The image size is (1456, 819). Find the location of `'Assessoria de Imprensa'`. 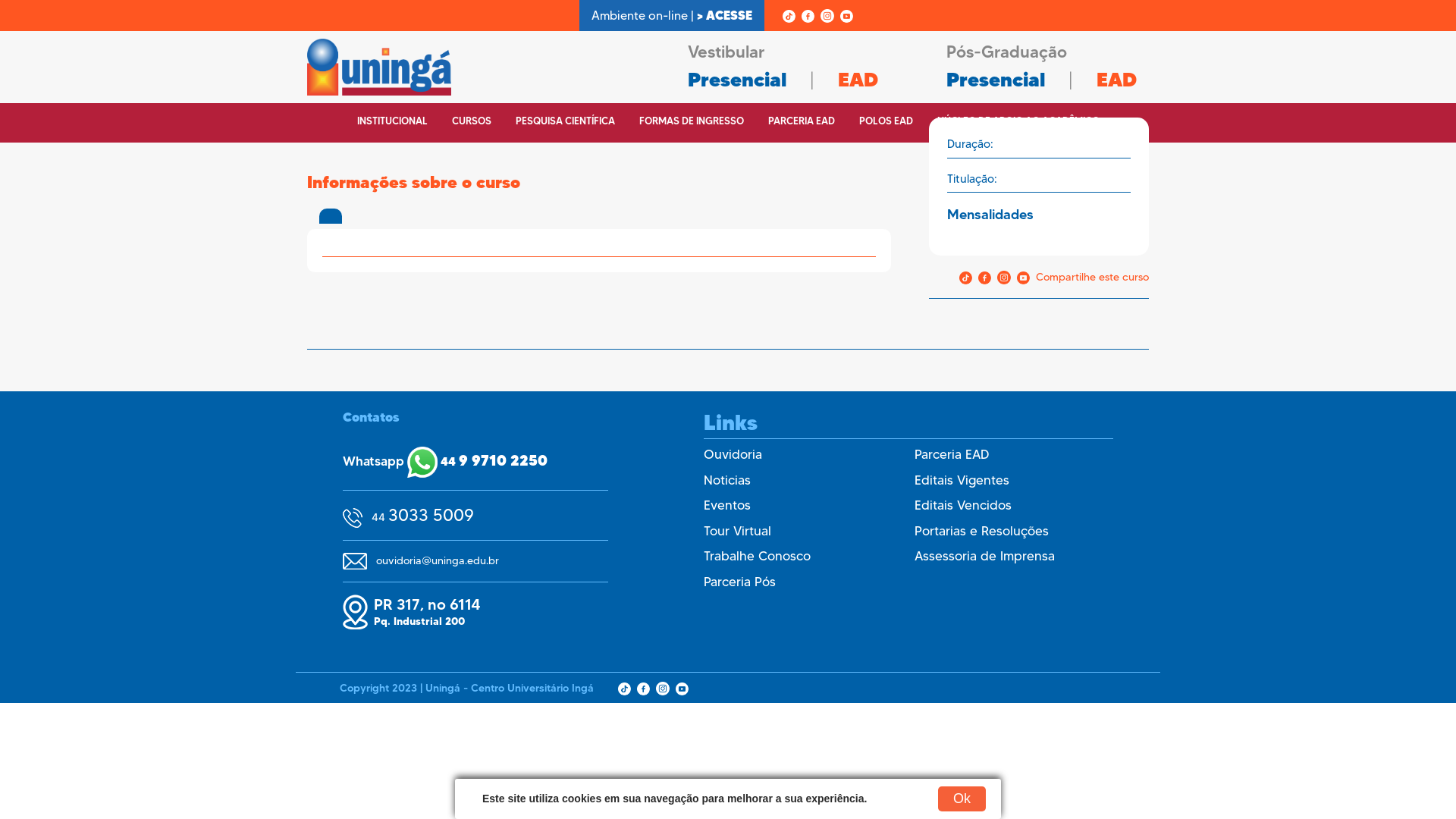

'Assessoria de Imprensa' is located at coordinates (1014, 556).